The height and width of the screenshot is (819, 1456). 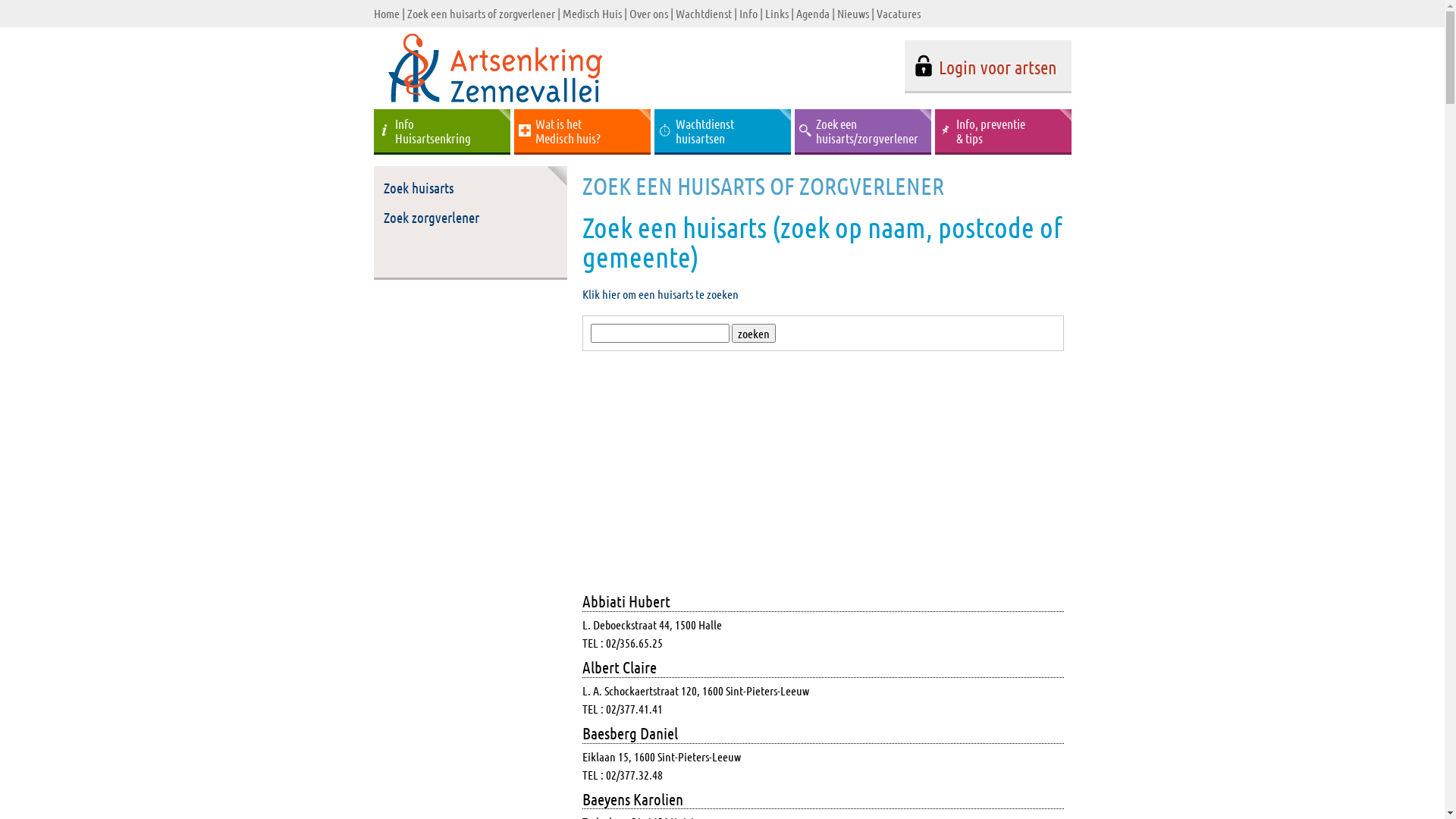 What do you see at coordinates (862, 130) in the screenshot?
I see `'Zoek een huisarts/zorgverlener'` at bounding box center [862, 130].